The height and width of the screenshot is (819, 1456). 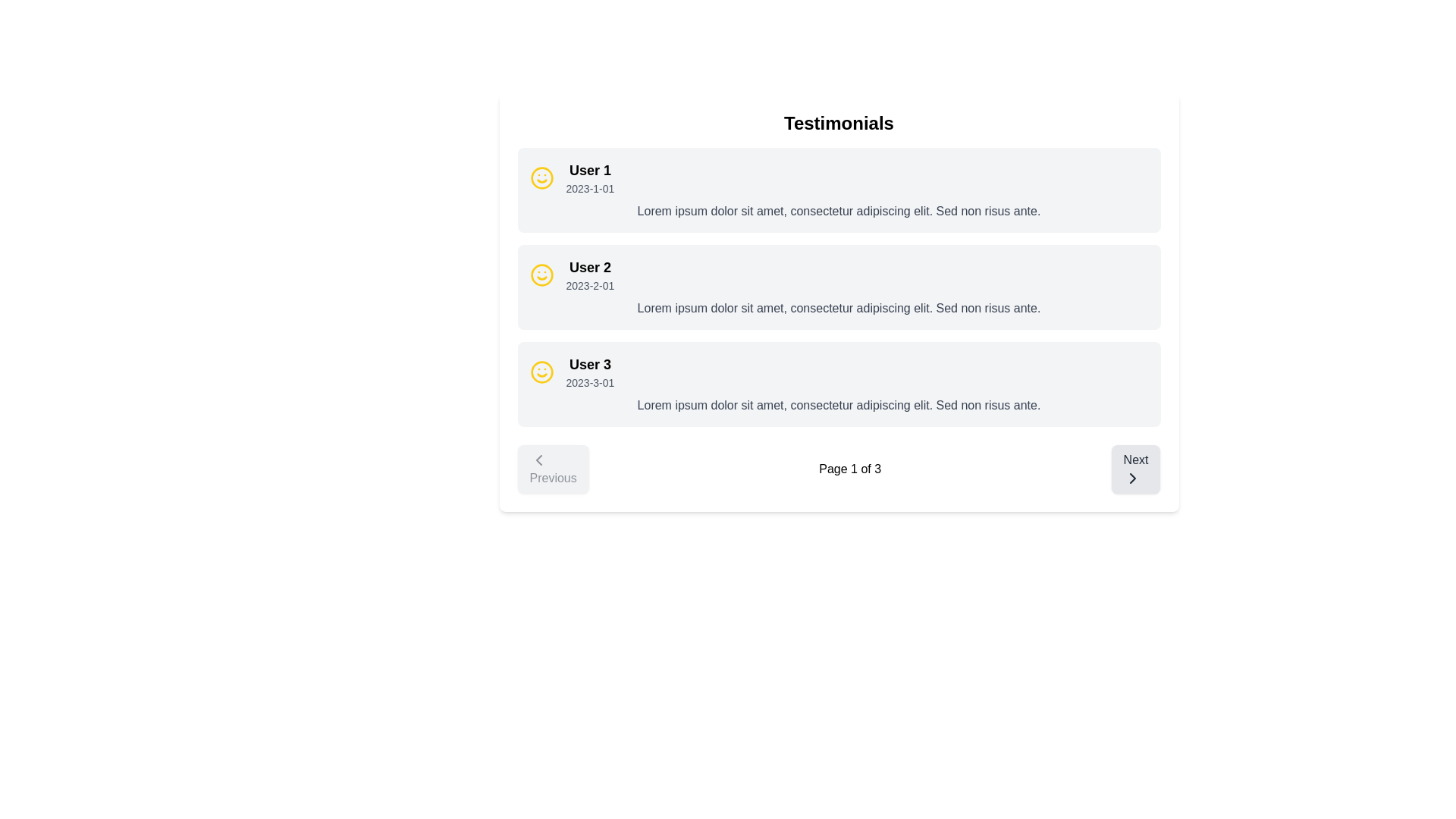 I want to click on the circular smiling face icon with yellow stroke color, which is the leftmost component of the card displaying 'User 3' and '2023-3-01' in the testimonial list, so click(x=541, y=372).